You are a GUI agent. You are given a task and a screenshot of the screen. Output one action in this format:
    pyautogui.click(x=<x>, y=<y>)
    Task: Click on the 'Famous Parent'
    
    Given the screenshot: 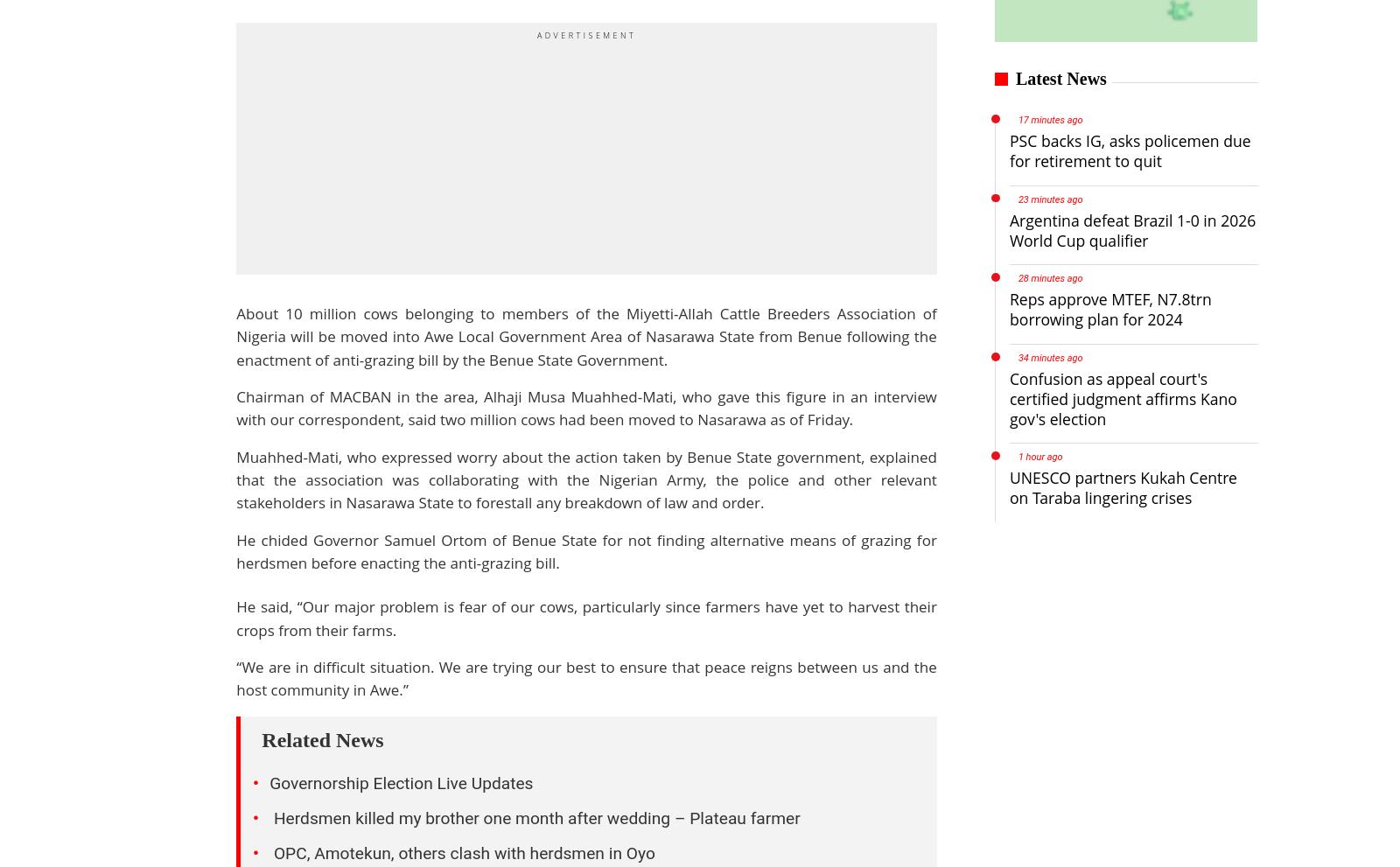 What is the action you would take?
    pyautogui.click(x=661, y=777)
    